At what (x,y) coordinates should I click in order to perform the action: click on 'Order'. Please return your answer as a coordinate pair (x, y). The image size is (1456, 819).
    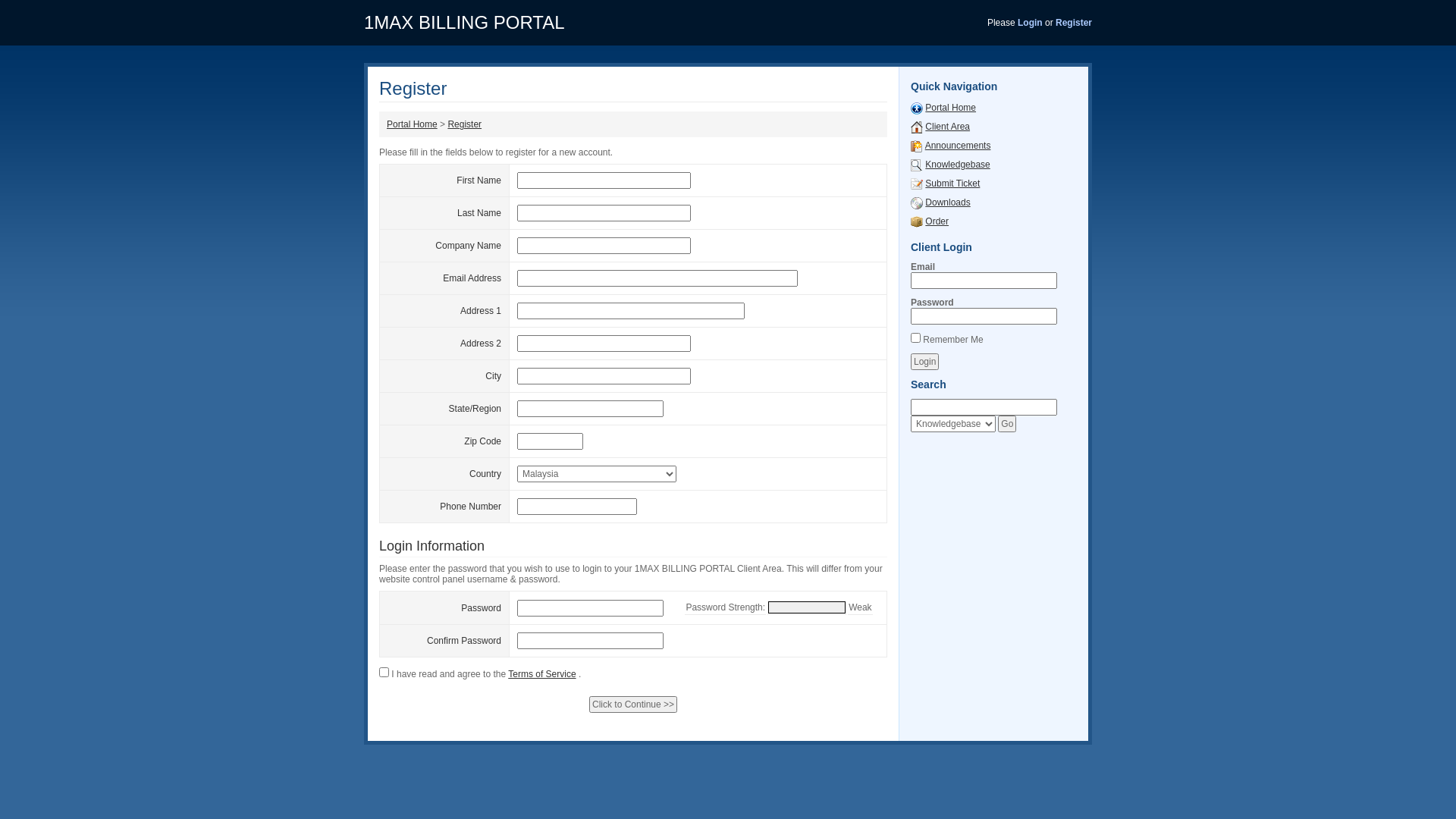
    Looking at the image, I should click on (916, 221).